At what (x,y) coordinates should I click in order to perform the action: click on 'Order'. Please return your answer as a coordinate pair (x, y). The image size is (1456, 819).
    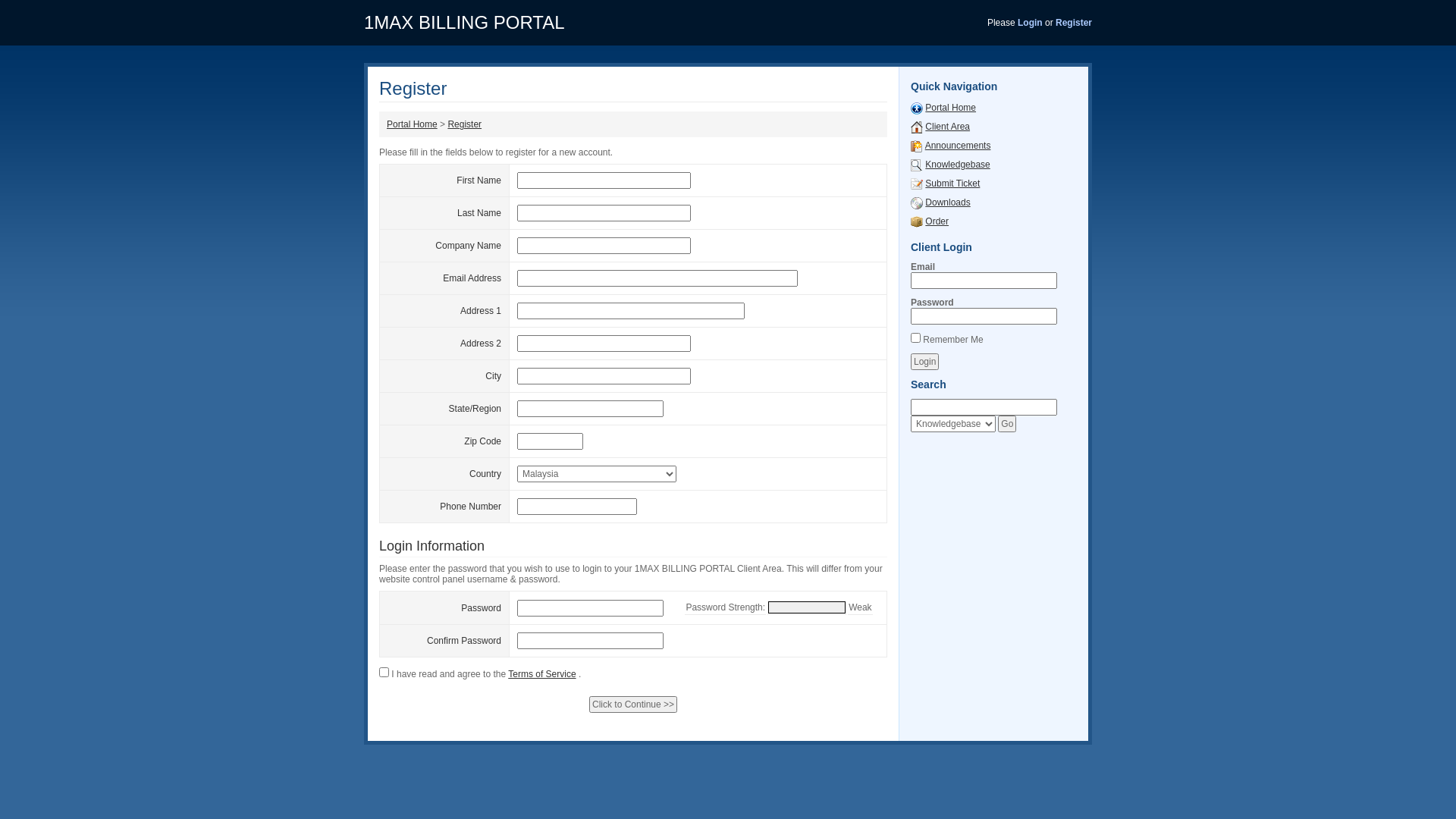
    Looking at the image, I should click on (916, 221).